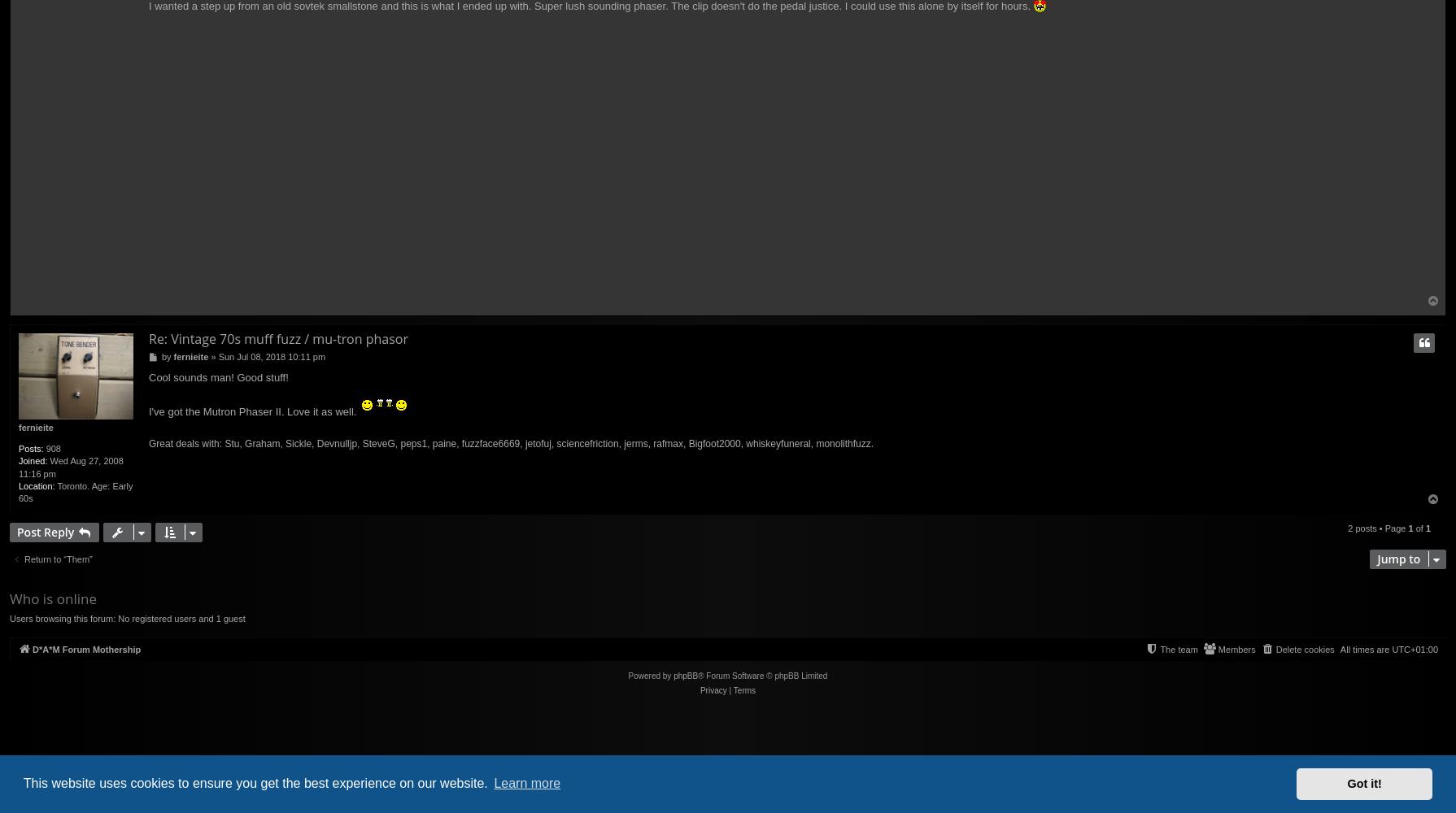 The image size is (1456, 813). I want to click on 'phpBB', so click(684, 675).